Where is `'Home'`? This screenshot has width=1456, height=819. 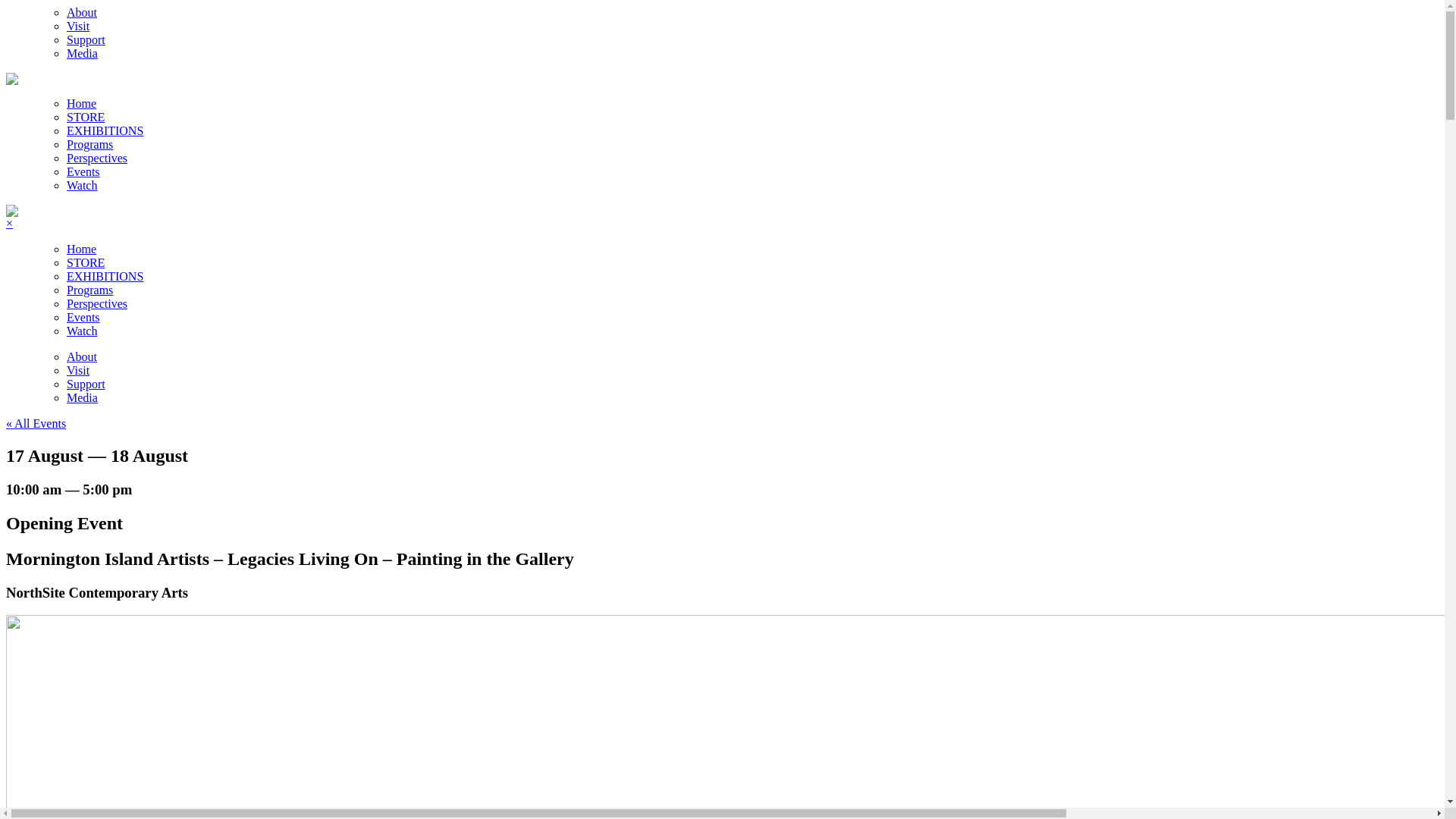 'Home' is located at coordinates (80, 248).